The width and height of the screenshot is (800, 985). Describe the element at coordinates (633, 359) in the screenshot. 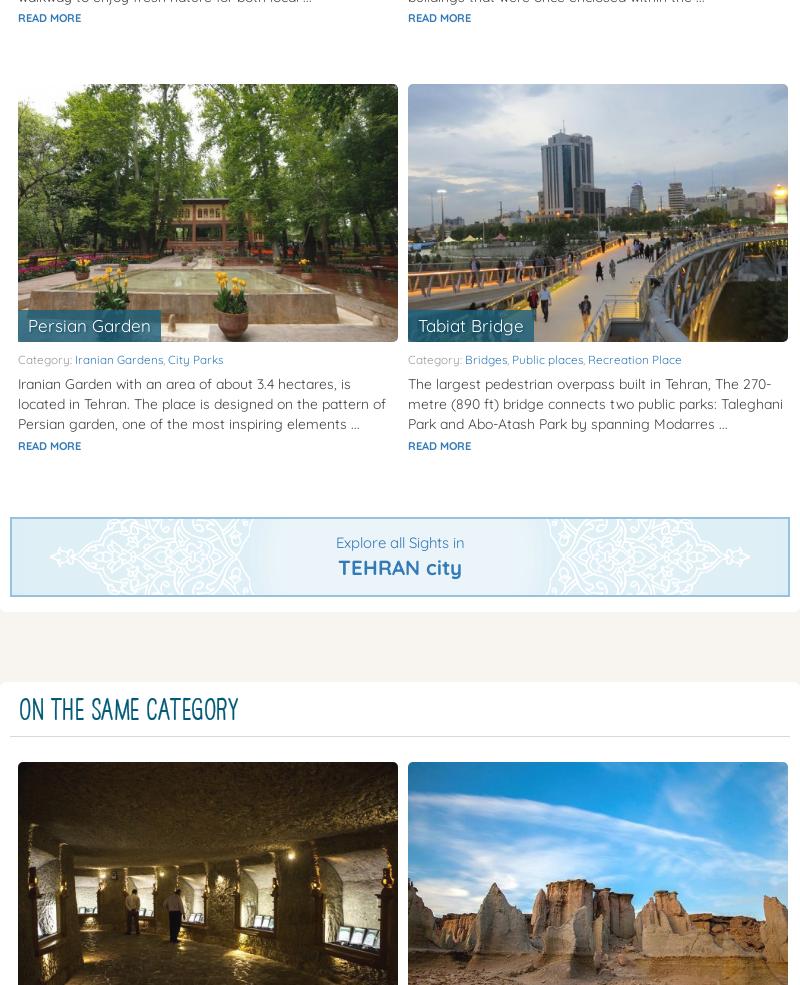

I see `'Recreation Place'` at that location.